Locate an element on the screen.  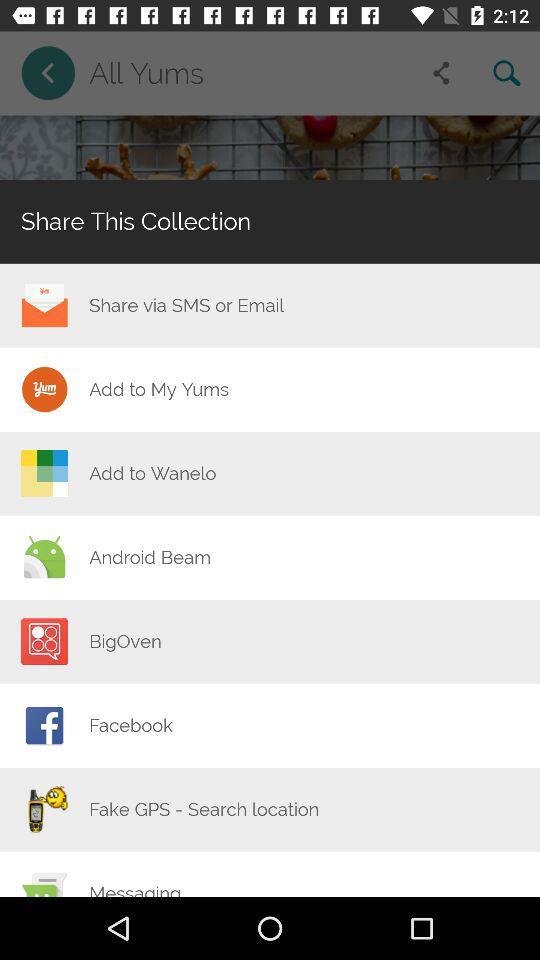
the icon below the bigoven is located at coordinates (131, 724).